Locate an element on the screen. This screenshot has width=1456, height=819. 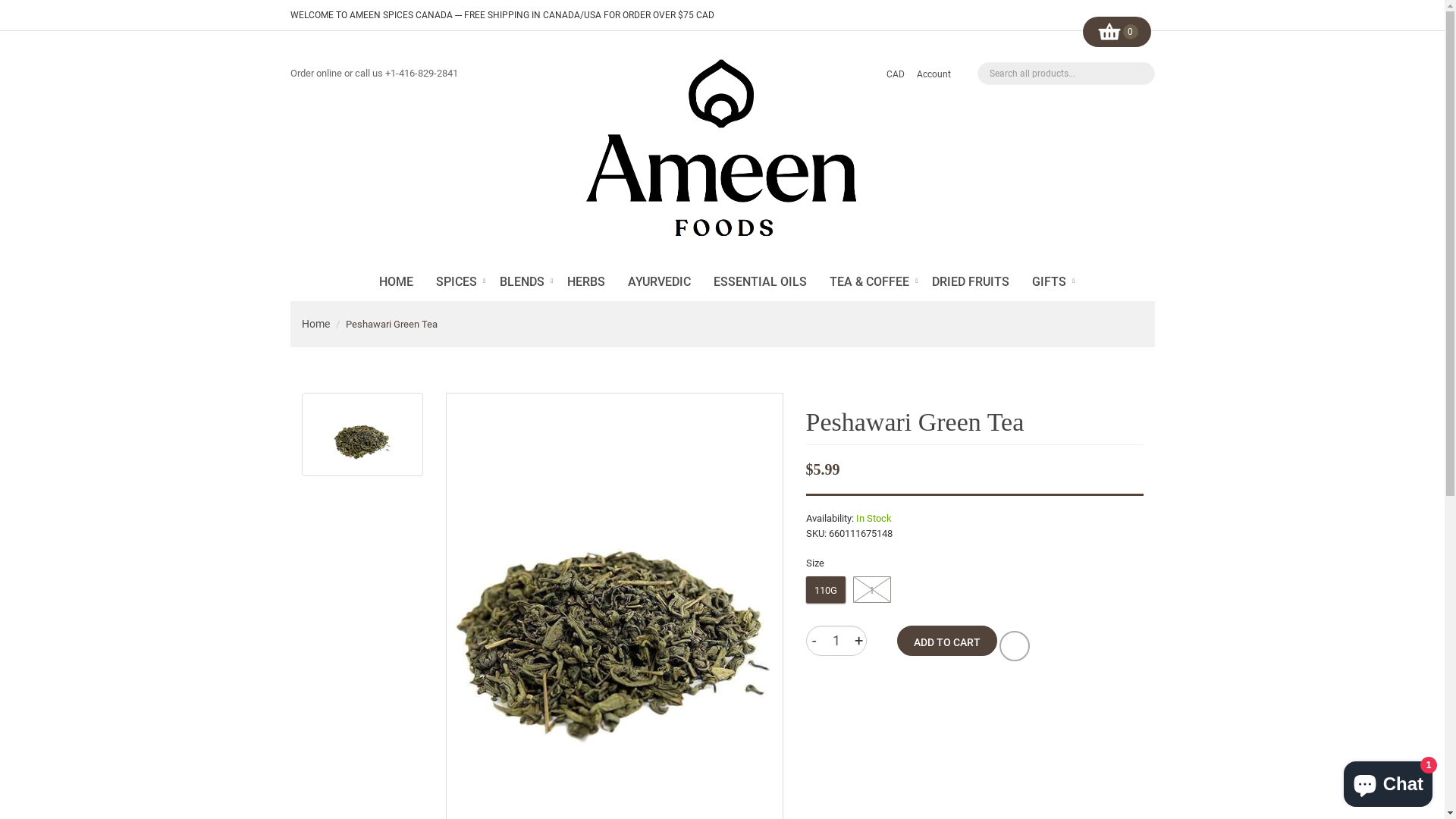
'HOME' is located at coordinates (367, 281).